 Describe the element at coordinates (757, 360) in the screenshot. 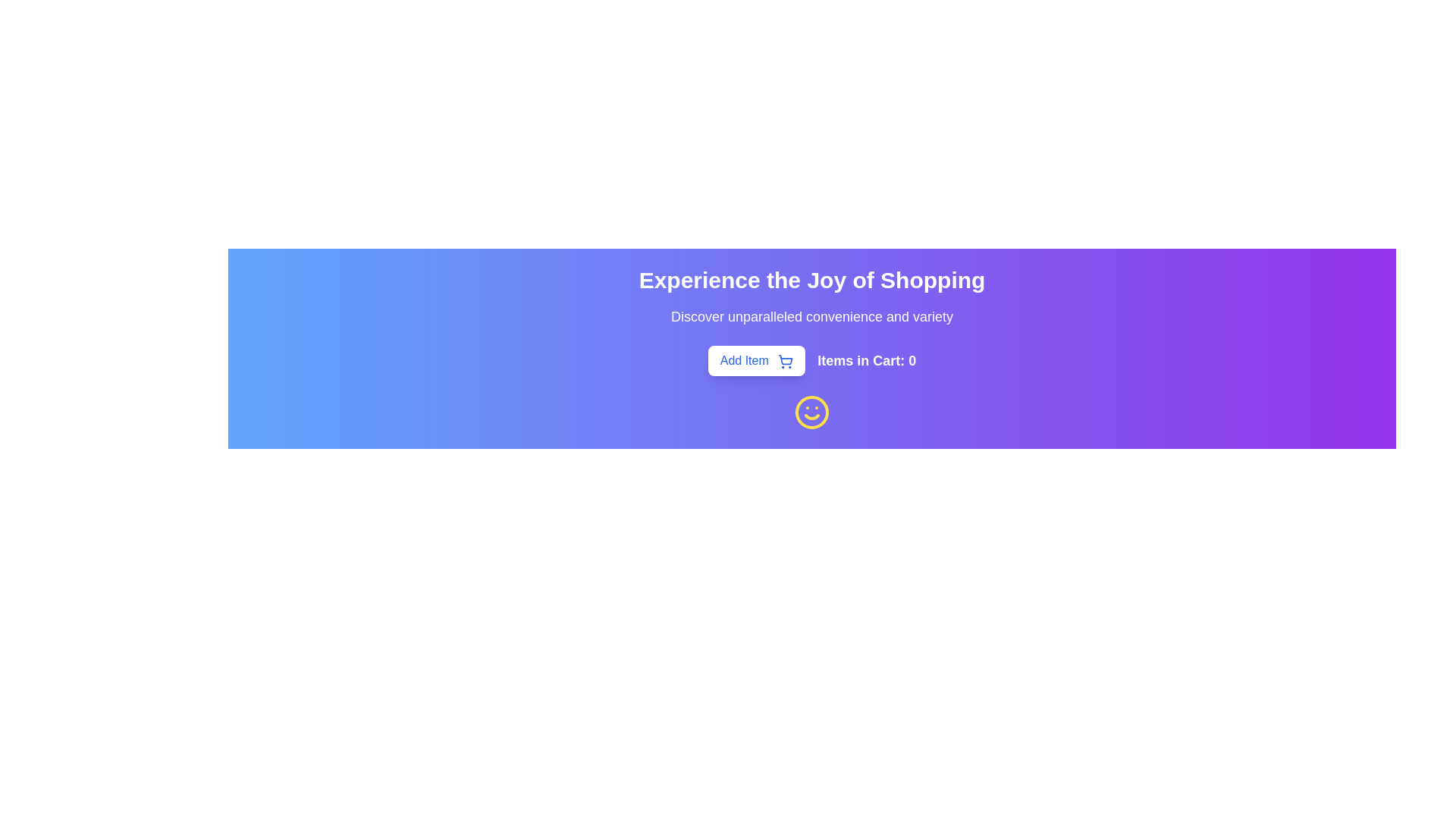

I see `the 'Add Item' button, which is a rectangular button with rounded corners, a white background, blue text aligned to the left, and a shopping cart icon` at that location.